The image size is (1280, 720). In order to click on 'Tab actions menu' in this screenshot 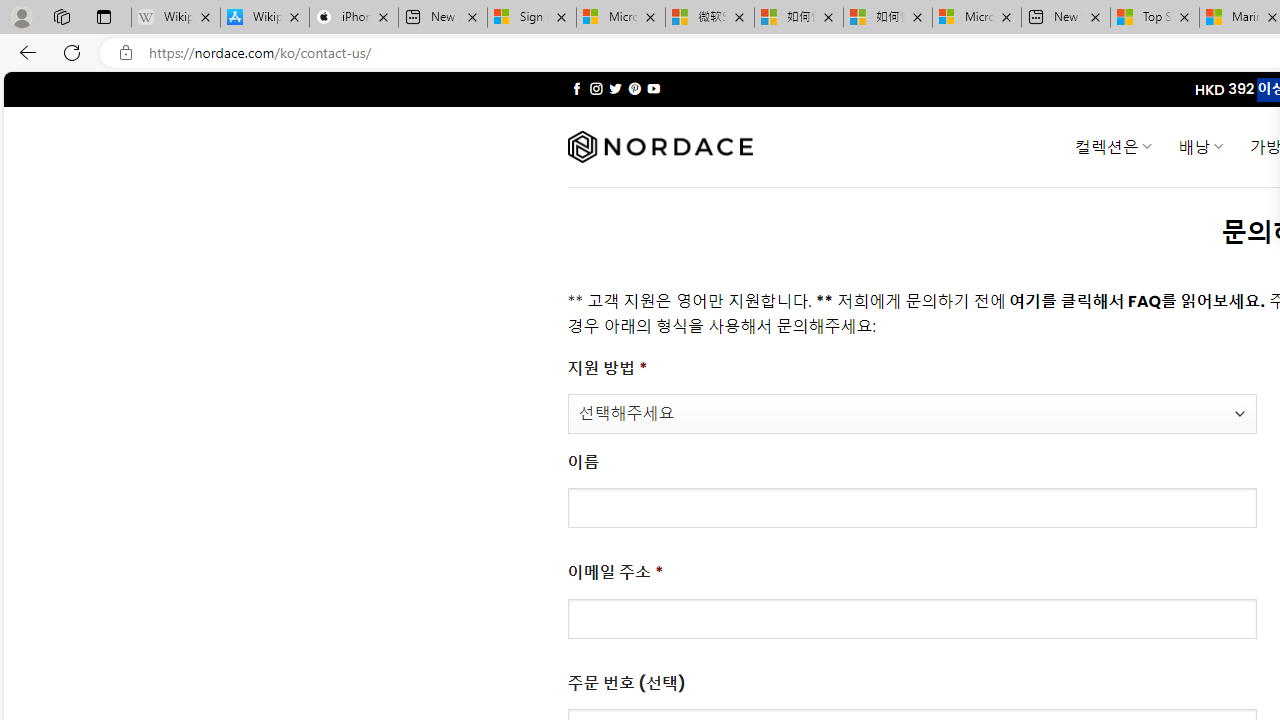, I will do `click(103, 16)`.